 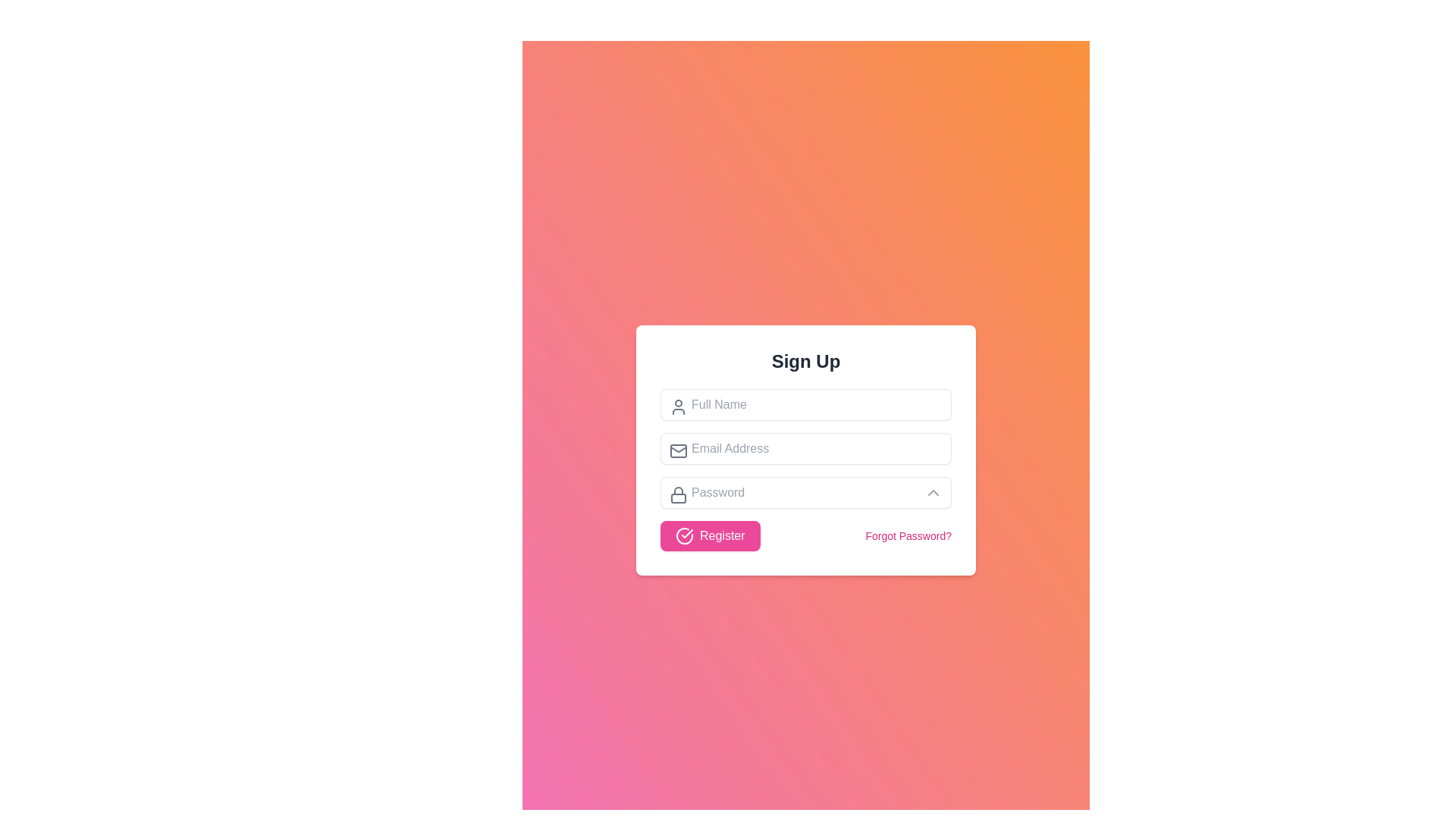 I want to click on the text label that identifies the form as a sign-up form, located at the top of the white sign-up card above the input fields, so click(x=805, y=362).